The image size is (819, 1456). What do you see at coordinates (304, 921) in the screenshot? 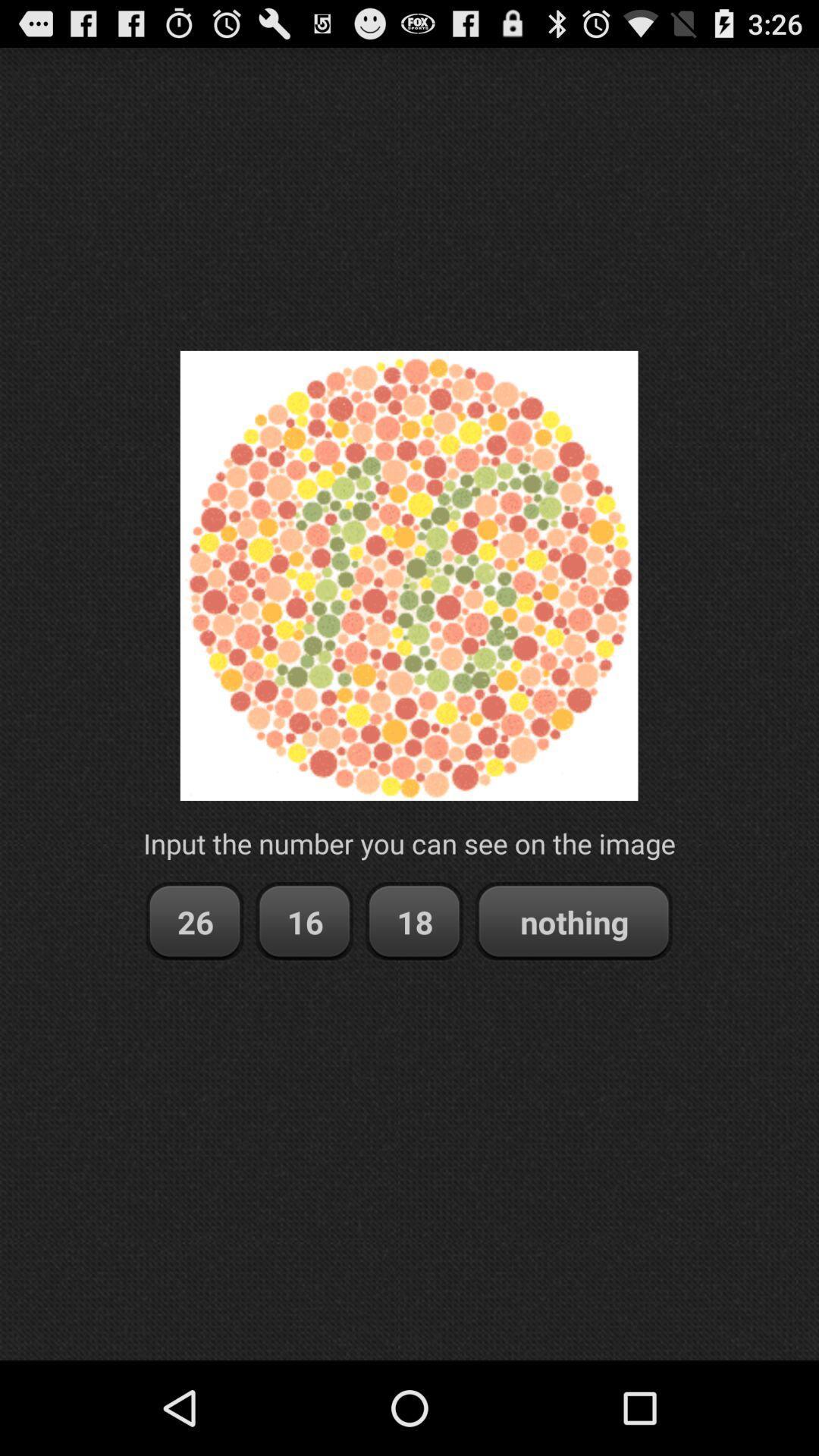
I see `item next to 18 button` at bounding box center [304, 921].